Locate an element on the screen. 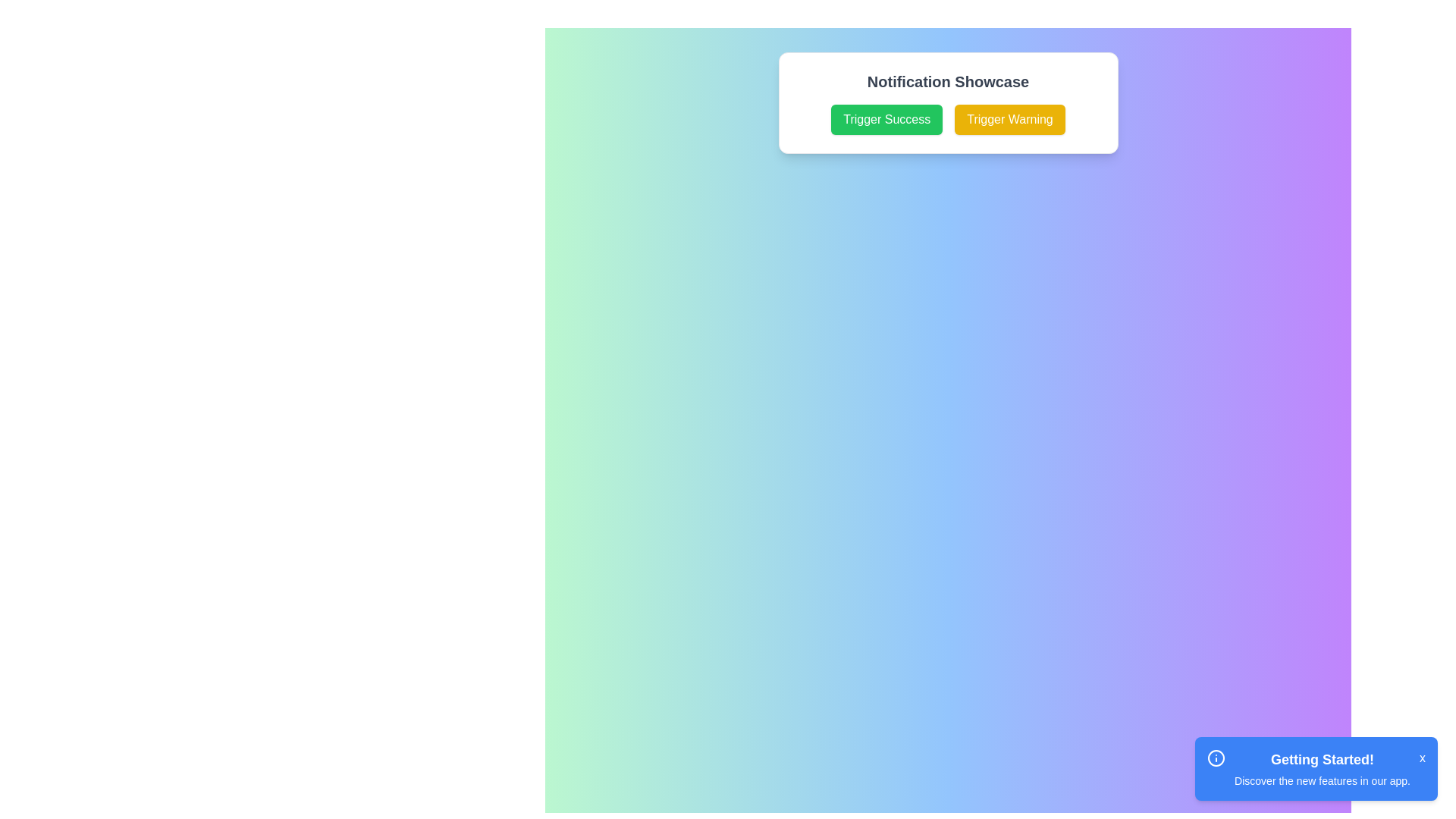 This screenshot has width=1456, height=819. the small cross-shaped button labeled 'x' at the top-right corner of the blue notification box is located at coordinates (1422, 758).